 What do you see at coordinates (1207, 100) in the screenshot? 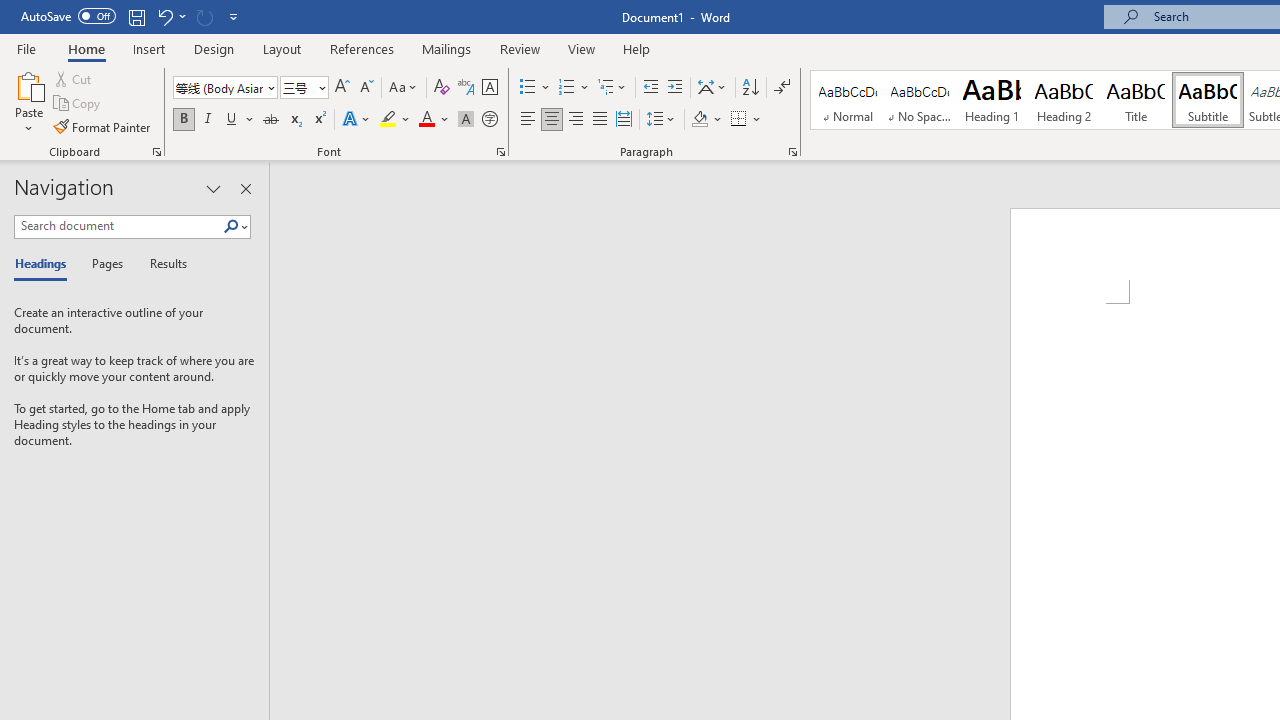
I see `'Subtitle'` at bounding box center [1207, 100].